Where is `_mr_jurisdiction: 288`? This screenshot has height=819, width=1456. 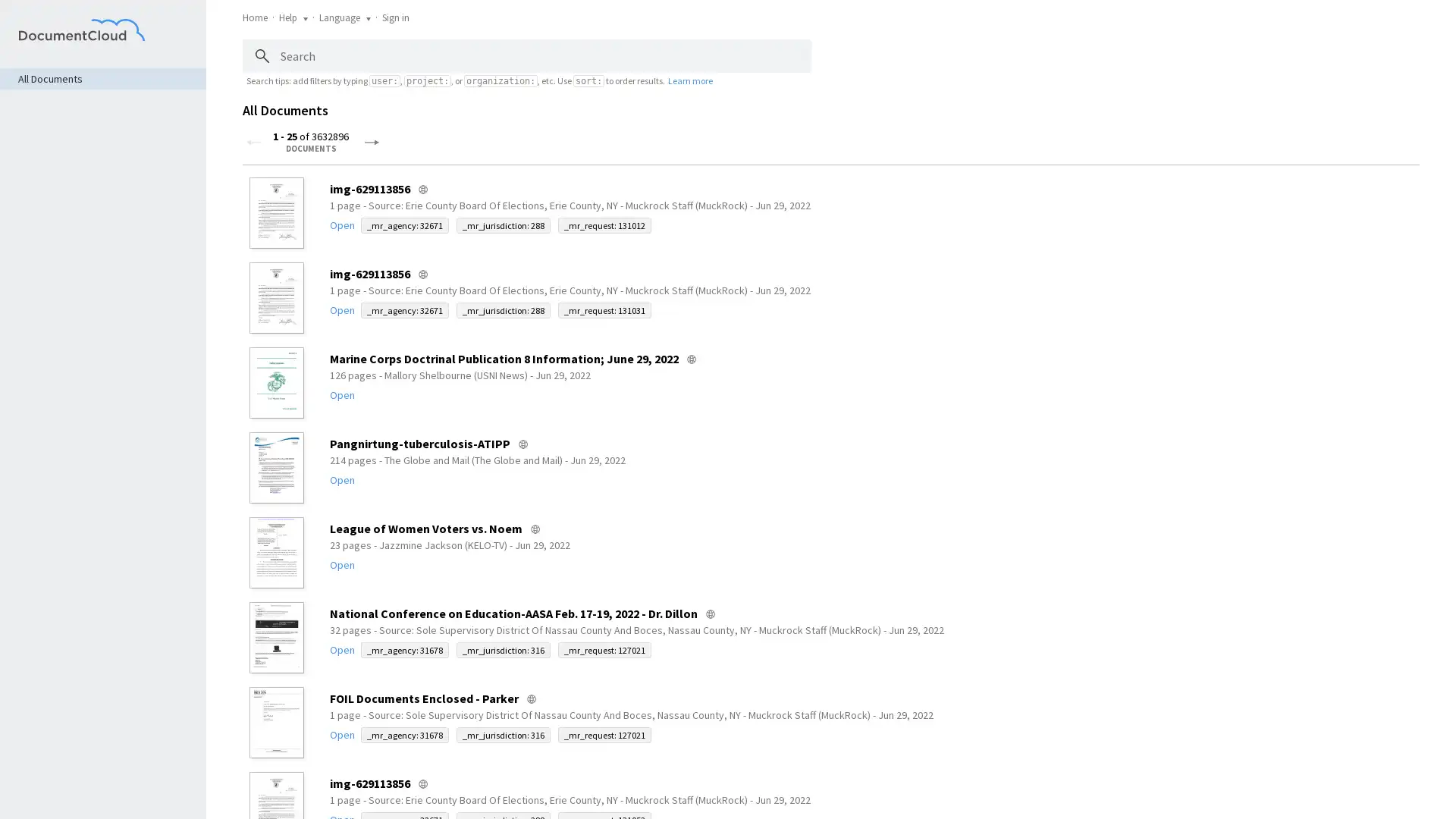 _mr_jurisdiction: 288 is located at coordinates (503, 224).